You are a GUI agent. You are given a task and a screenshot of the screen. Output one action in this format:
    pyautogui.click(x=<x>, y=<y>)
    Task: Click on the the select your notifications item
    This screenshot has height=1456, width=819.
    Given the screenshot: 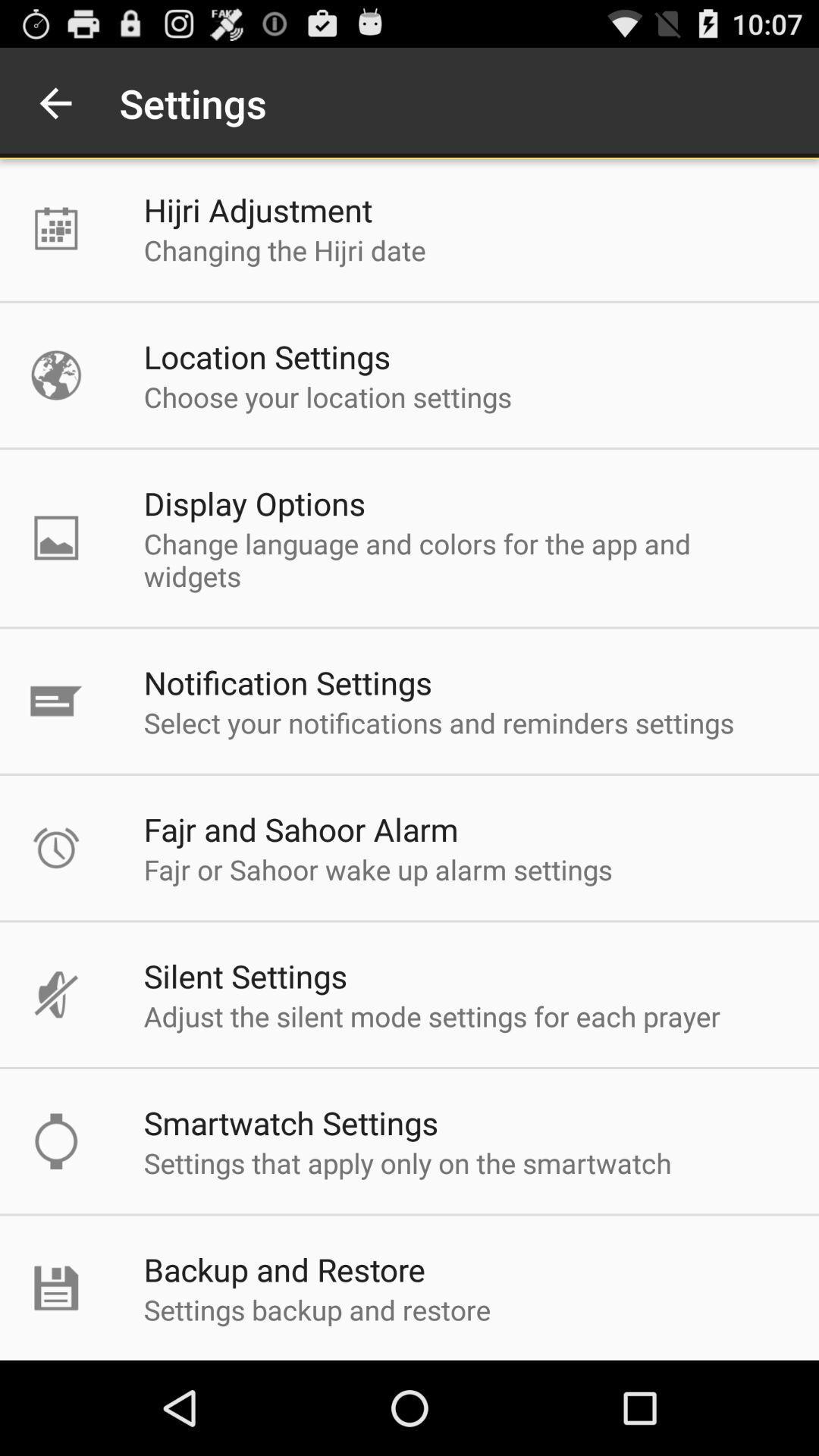 What is the action you would take?
    pyautogui.click(x=438, y=722)
    